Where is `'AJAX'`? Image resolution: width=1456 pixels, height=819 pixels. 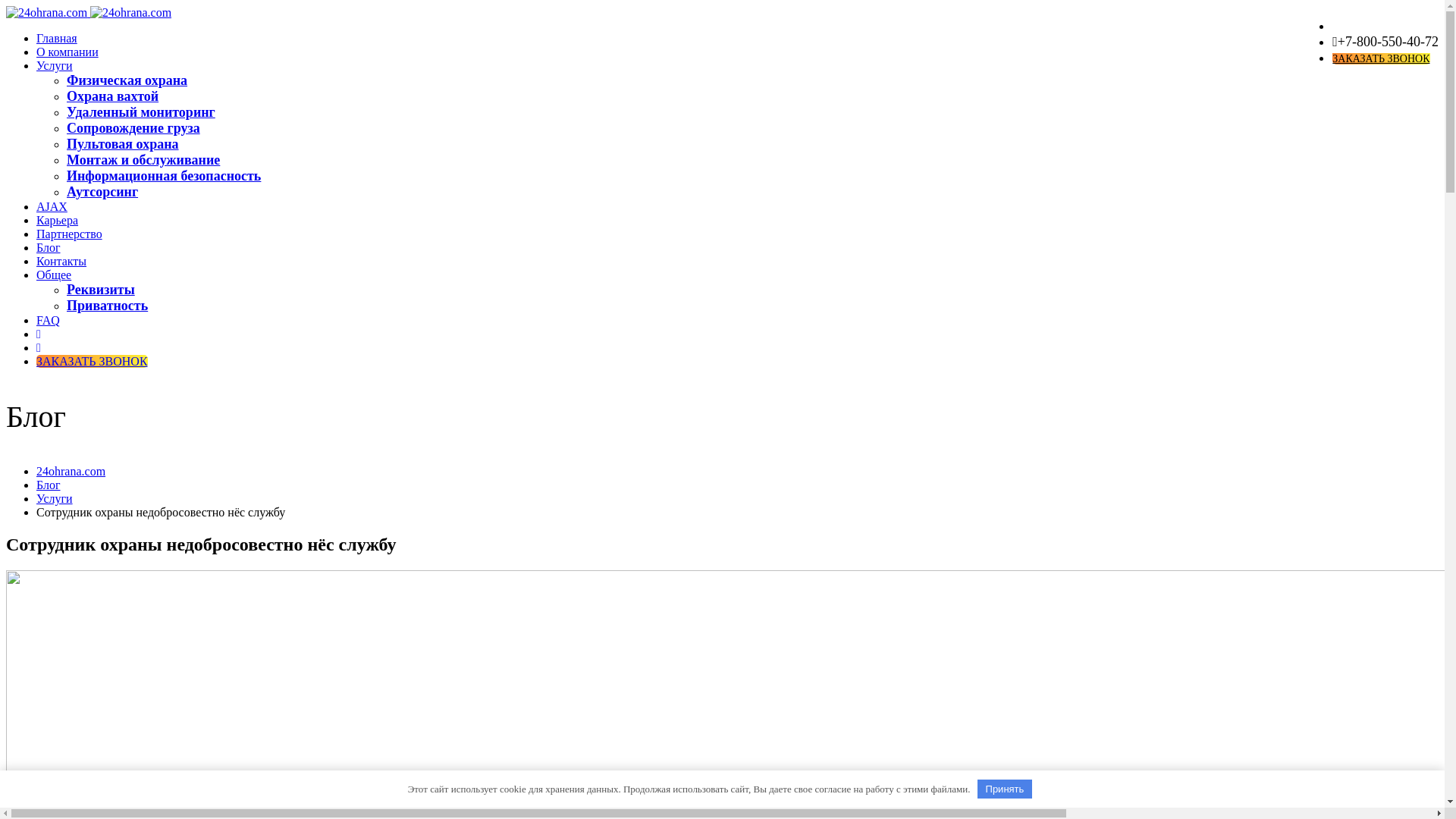
'AJAX' is located at coordinates (52, 206).